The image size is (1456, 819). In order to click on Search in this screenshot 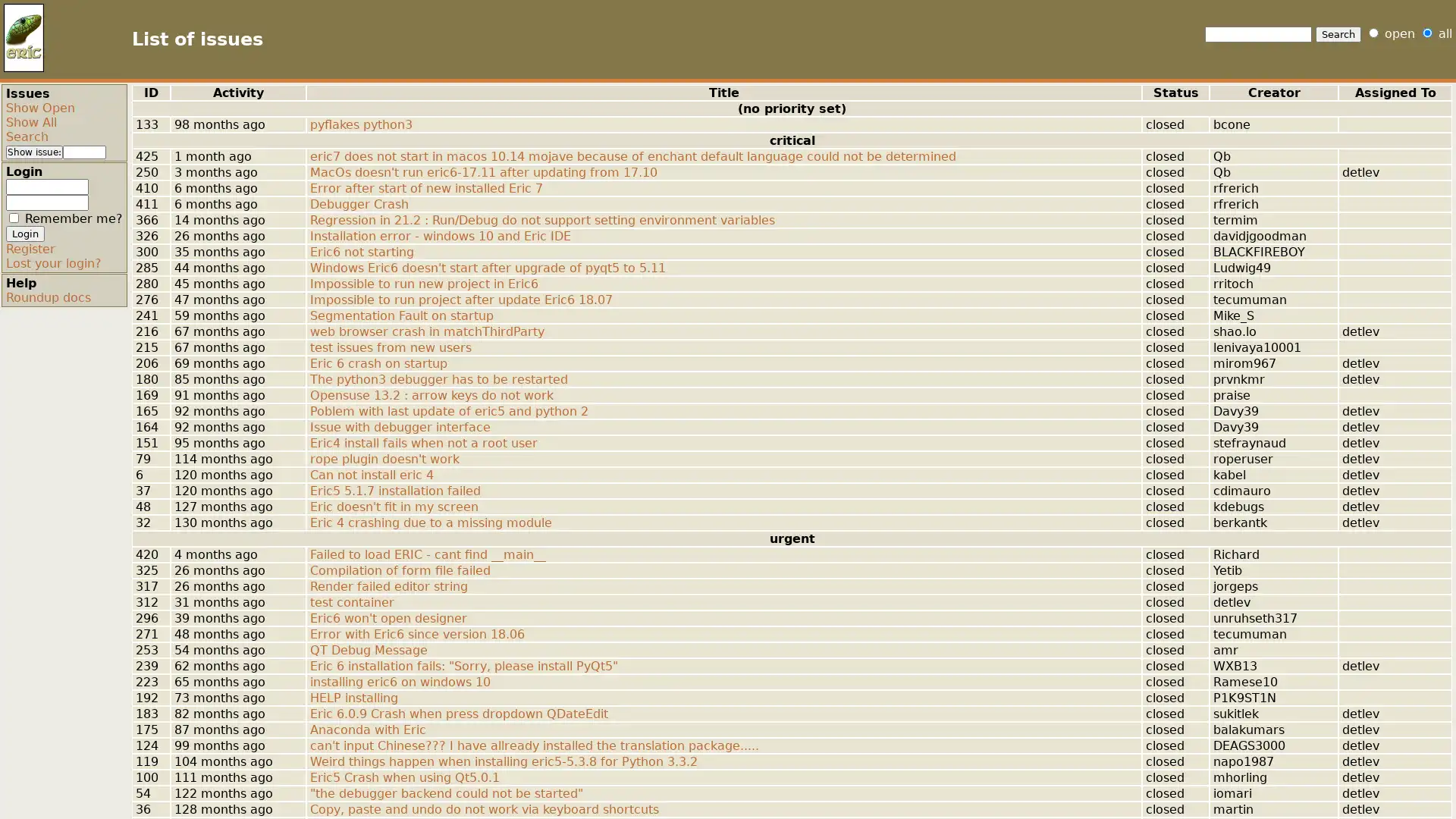, I will do `click(1338, 34)`.